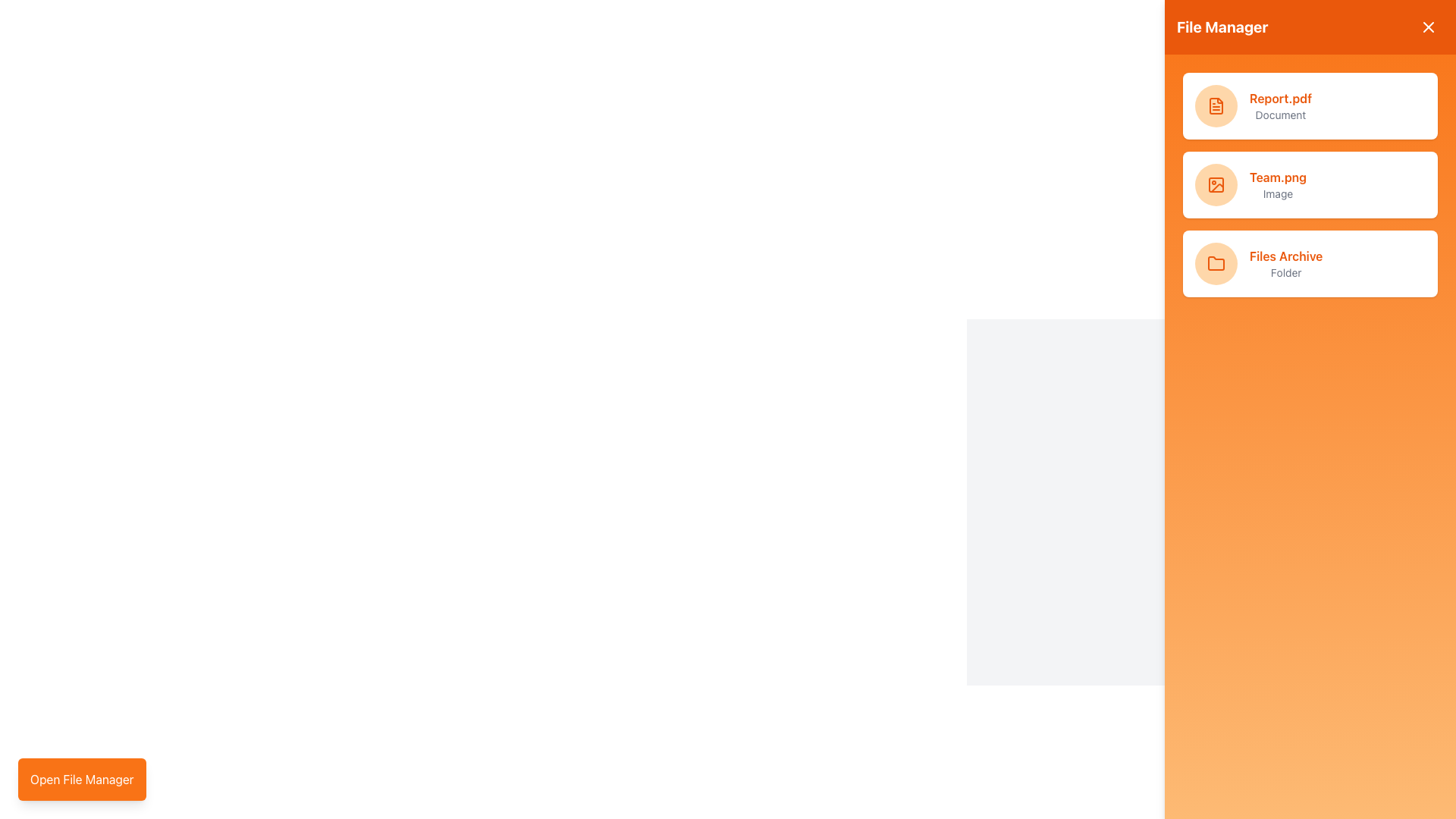  What do you see at coordinates (1427, 27) in the screenshot?
I see `the 'X' icon located at the upper-right corner of the File Manager panel, which is used for closing or dismissing the panel` at bounding box center [1427, 27].